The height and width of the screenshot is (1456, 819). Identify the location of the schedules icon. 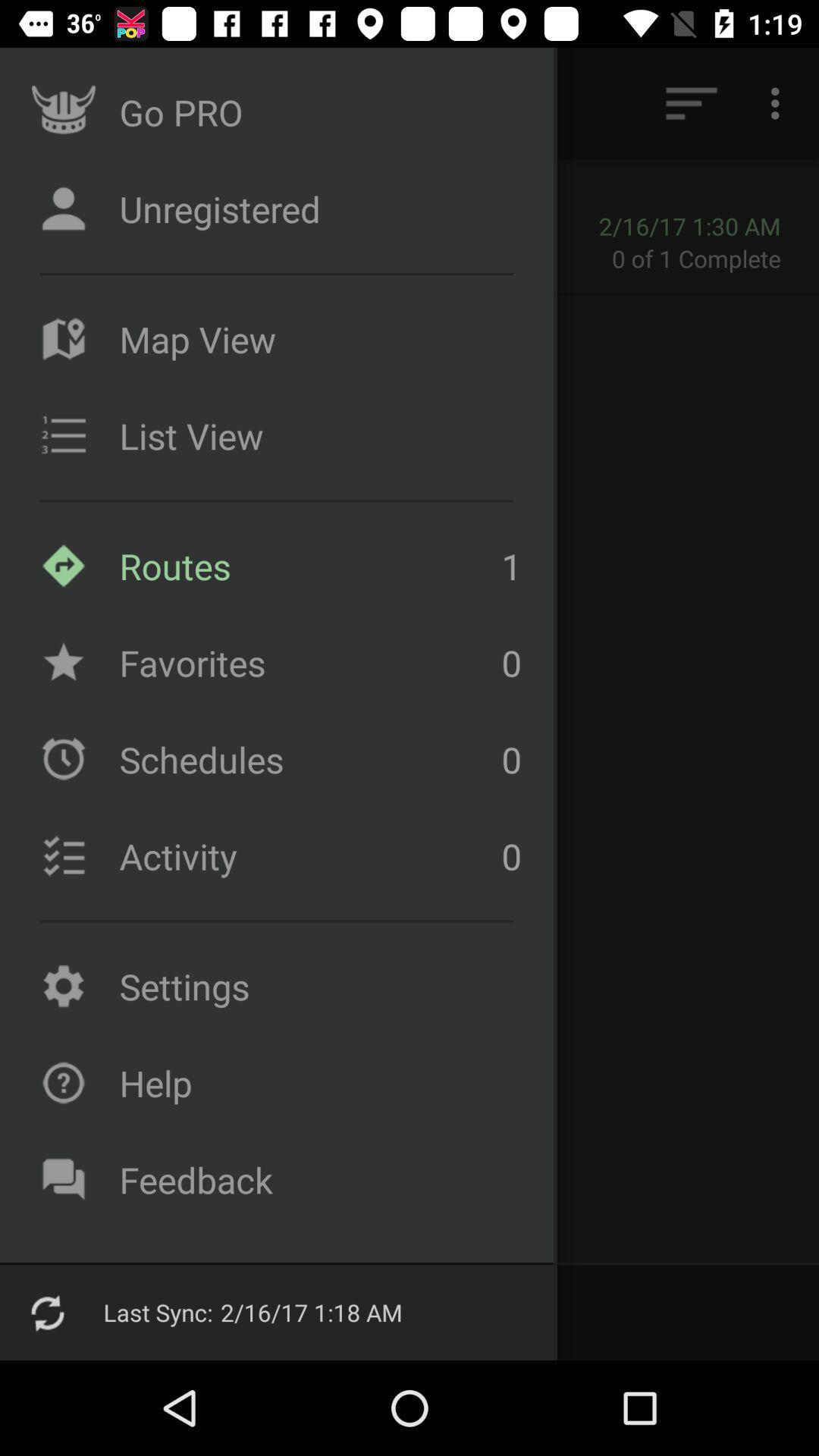
(63, 759).